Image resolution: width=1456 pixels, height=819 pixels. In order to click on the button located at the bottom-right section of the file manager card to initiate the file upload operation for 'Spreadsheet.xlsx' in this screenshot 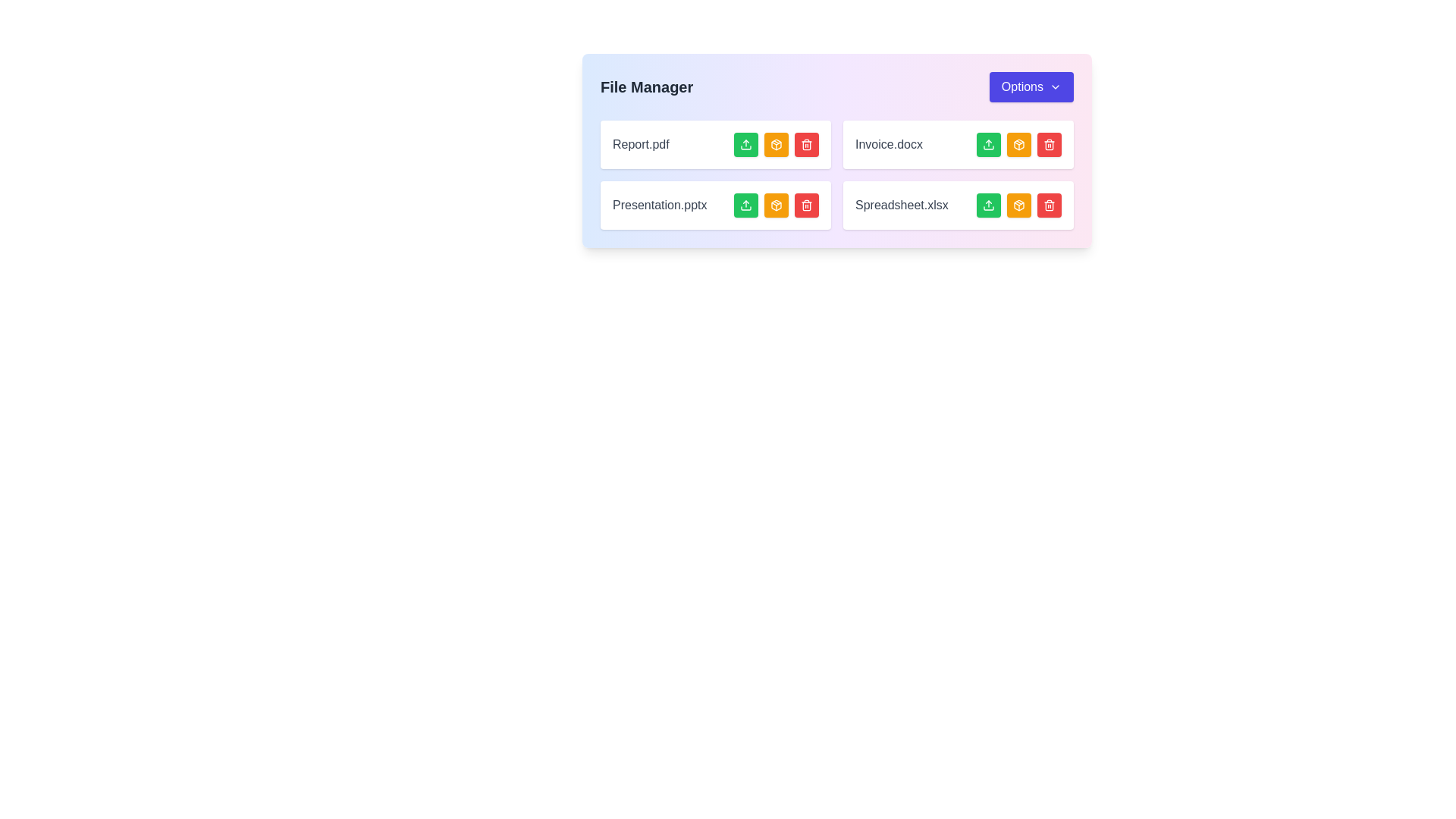, I will do `click(989, 205)`.